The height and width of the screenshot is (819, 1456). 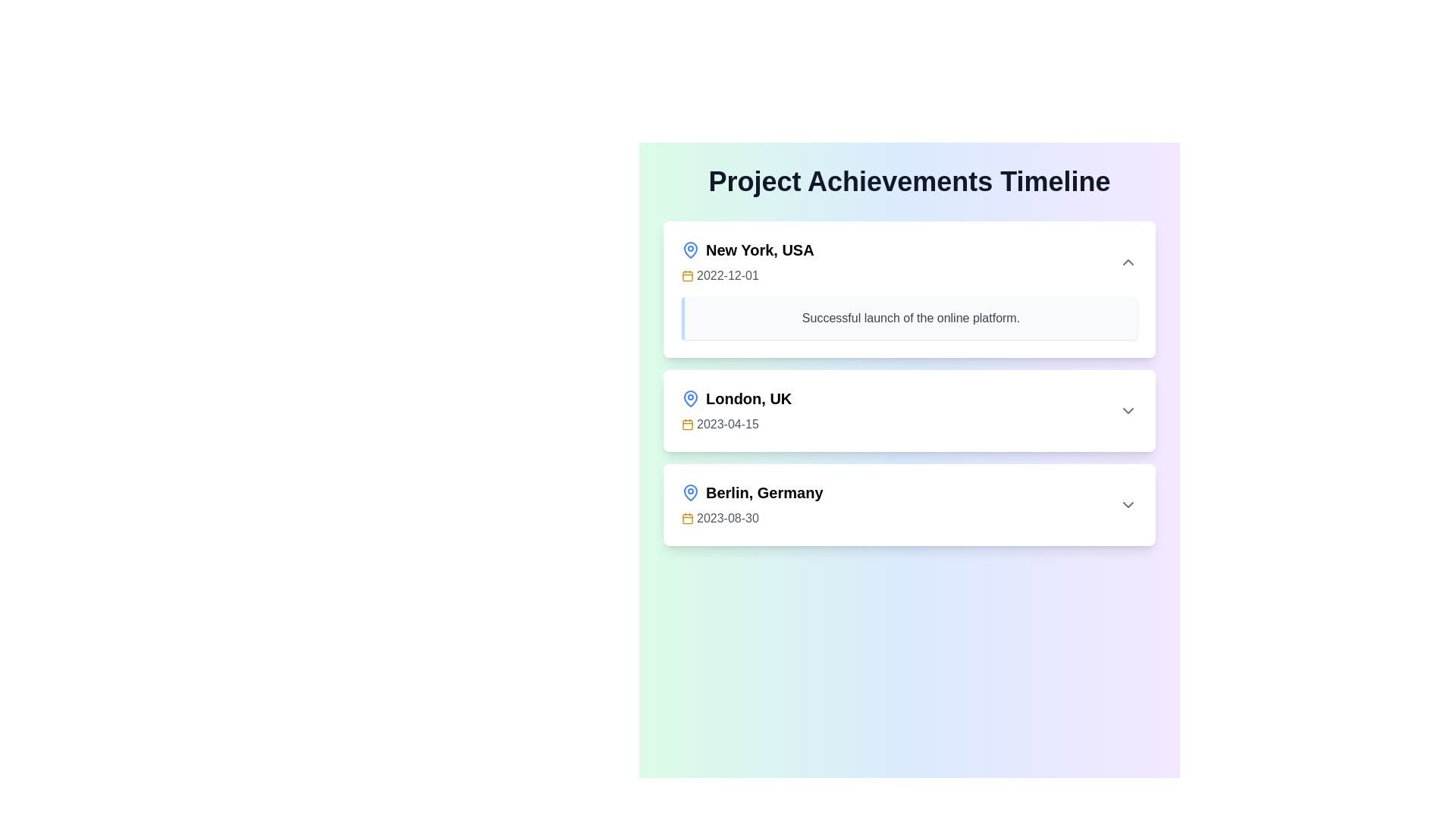 What do you see at coordinates (736, 411) in the screenshot?
I see `the text element displaying 'London, UK' and '2023-04-15'` at bounding box center [736, 411].